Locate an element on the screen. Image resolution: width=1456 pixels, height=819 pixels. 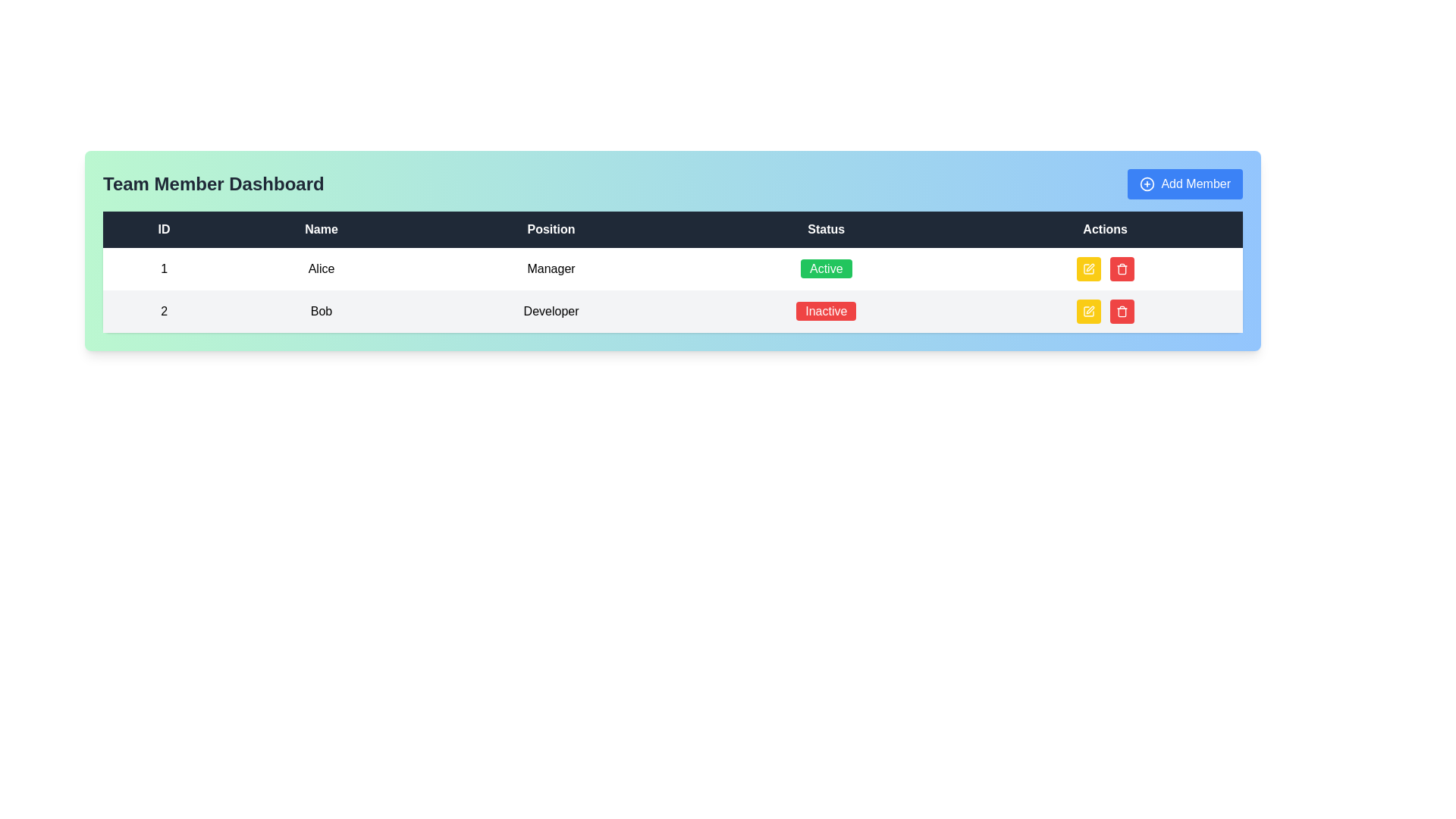
the first table row containing details about team member 'Alice' is located at coordinates (672, 268).